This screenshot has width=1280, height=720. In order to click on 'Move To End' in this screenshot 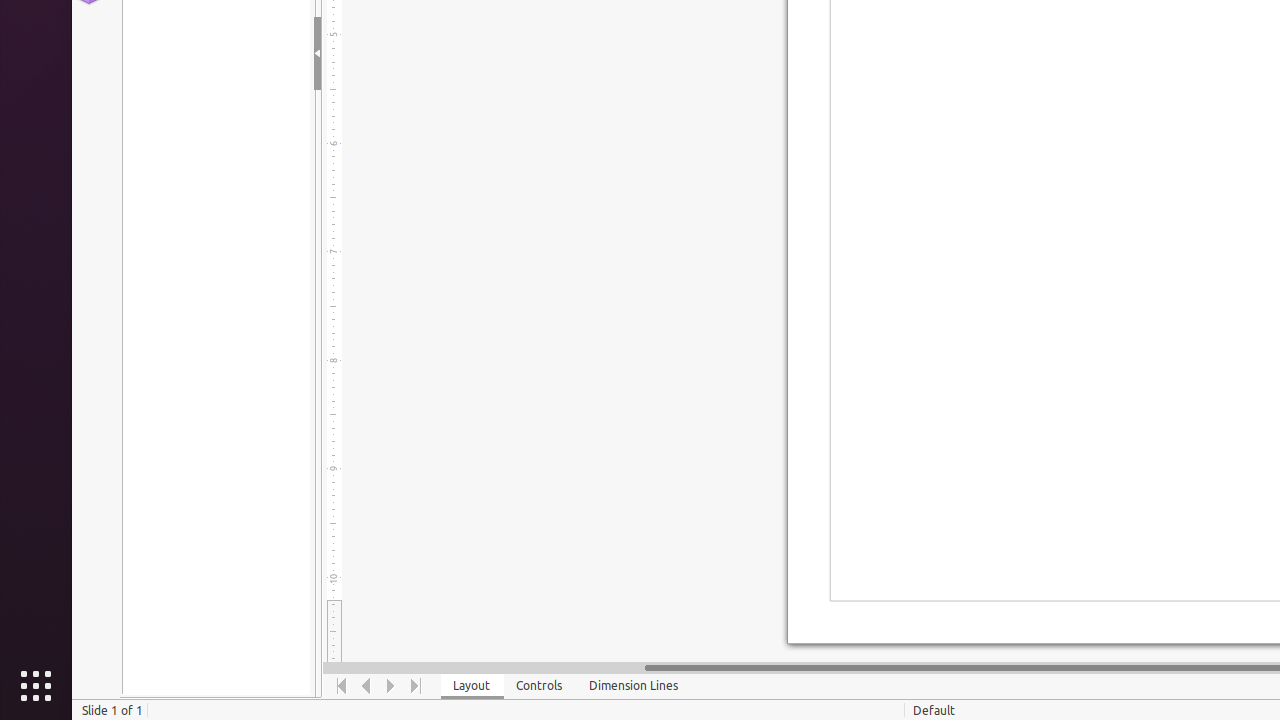, I will do `click(415, 685)`.